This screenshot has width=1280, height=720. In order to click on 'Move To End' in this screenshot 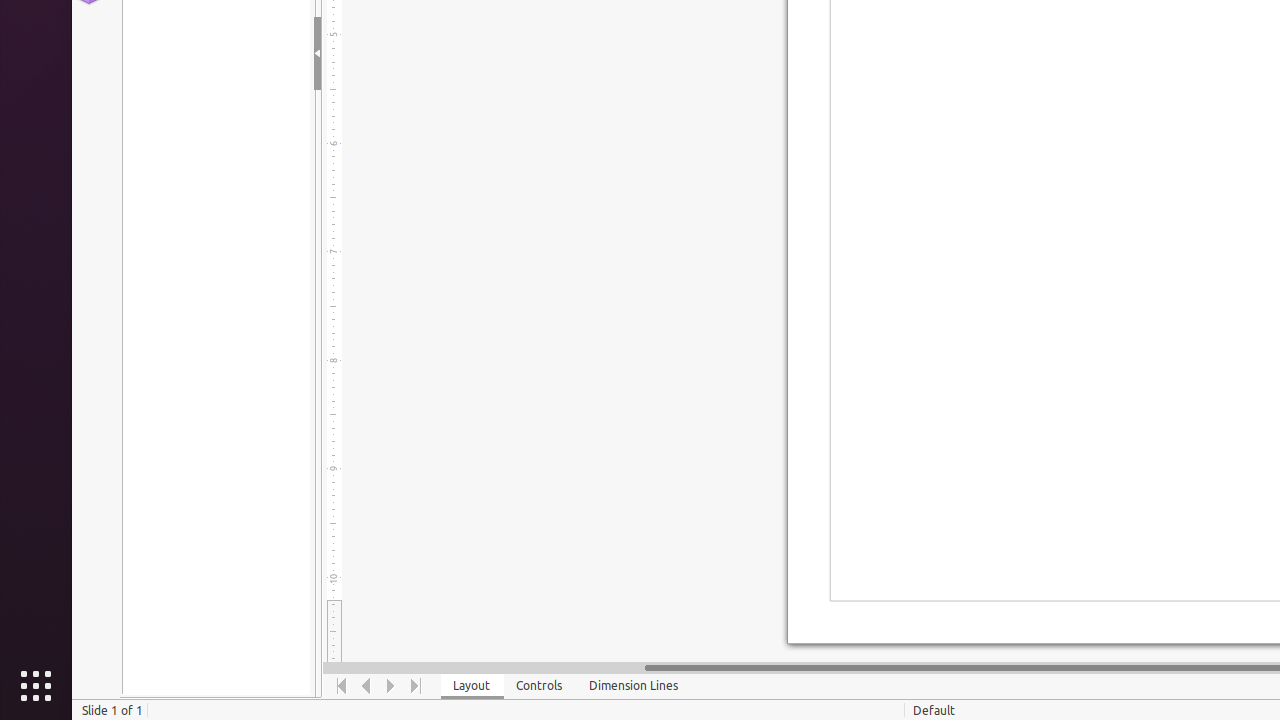, I will do `click(415, 685)`.